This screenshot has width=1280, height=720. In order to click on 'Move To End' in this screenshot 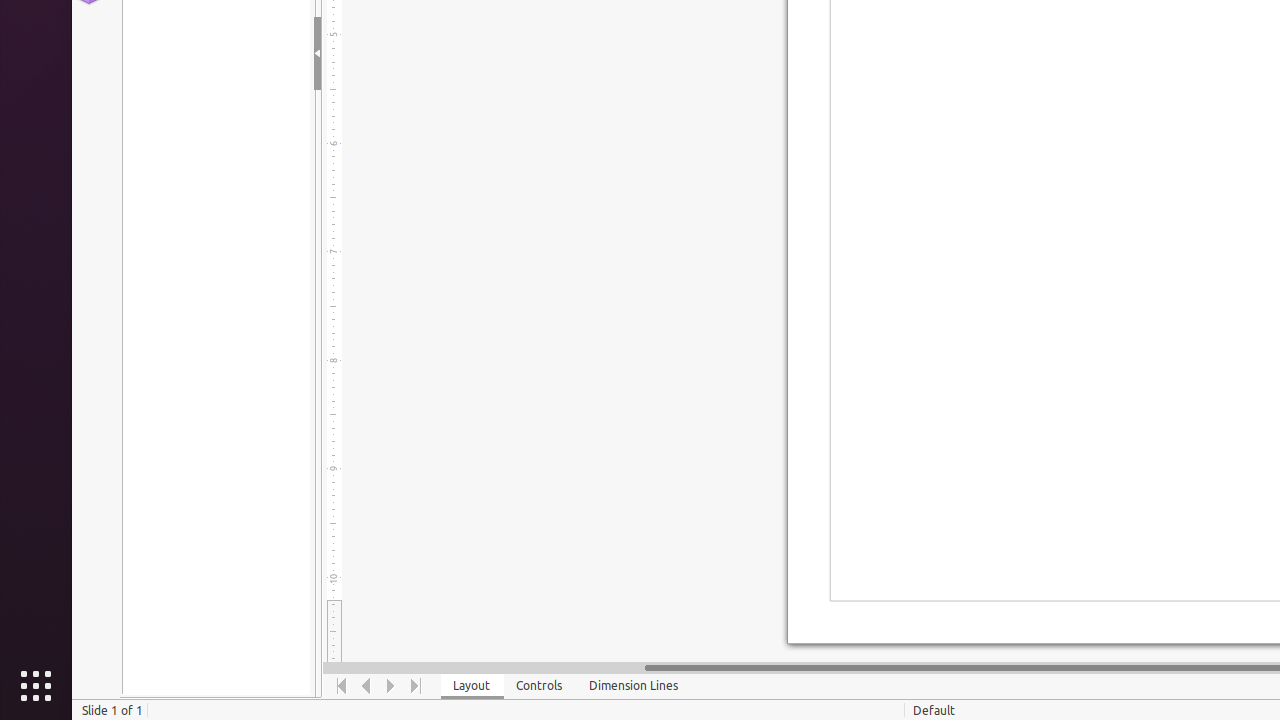, I will do `click(415, 685)`.